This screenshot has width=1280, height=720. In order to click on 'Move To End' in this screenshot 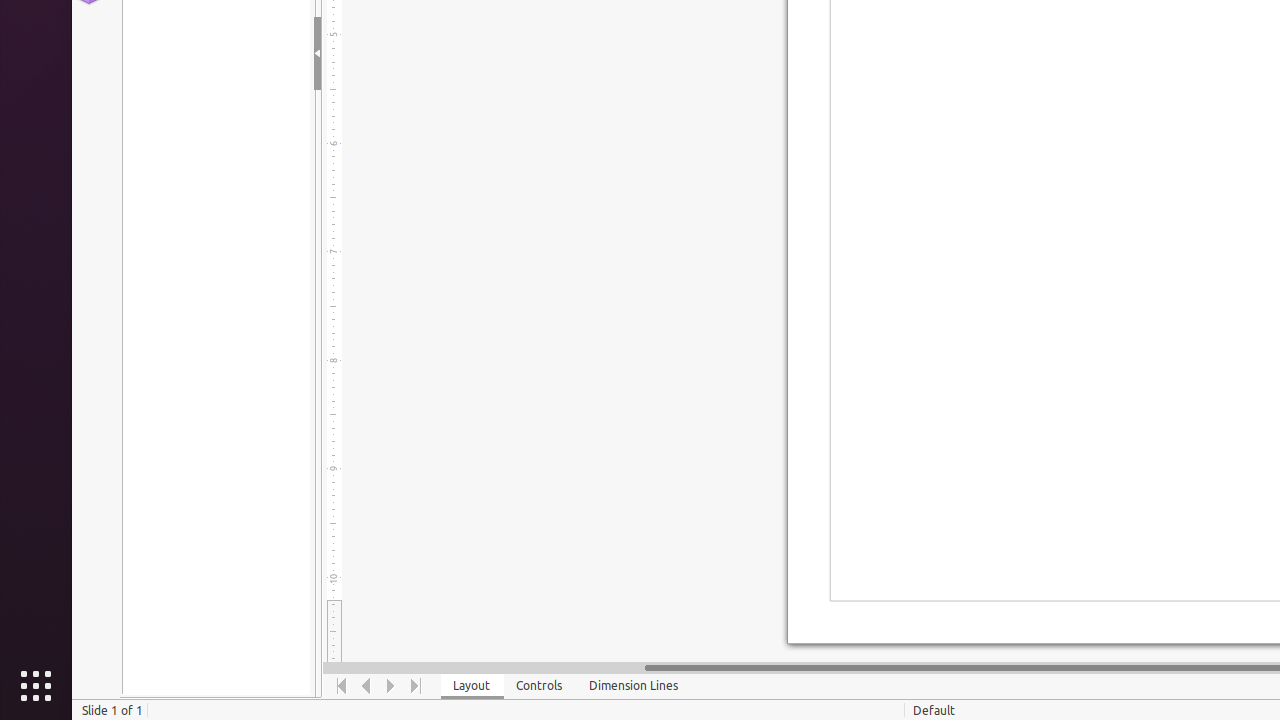, I will do `click(415, 685)`.